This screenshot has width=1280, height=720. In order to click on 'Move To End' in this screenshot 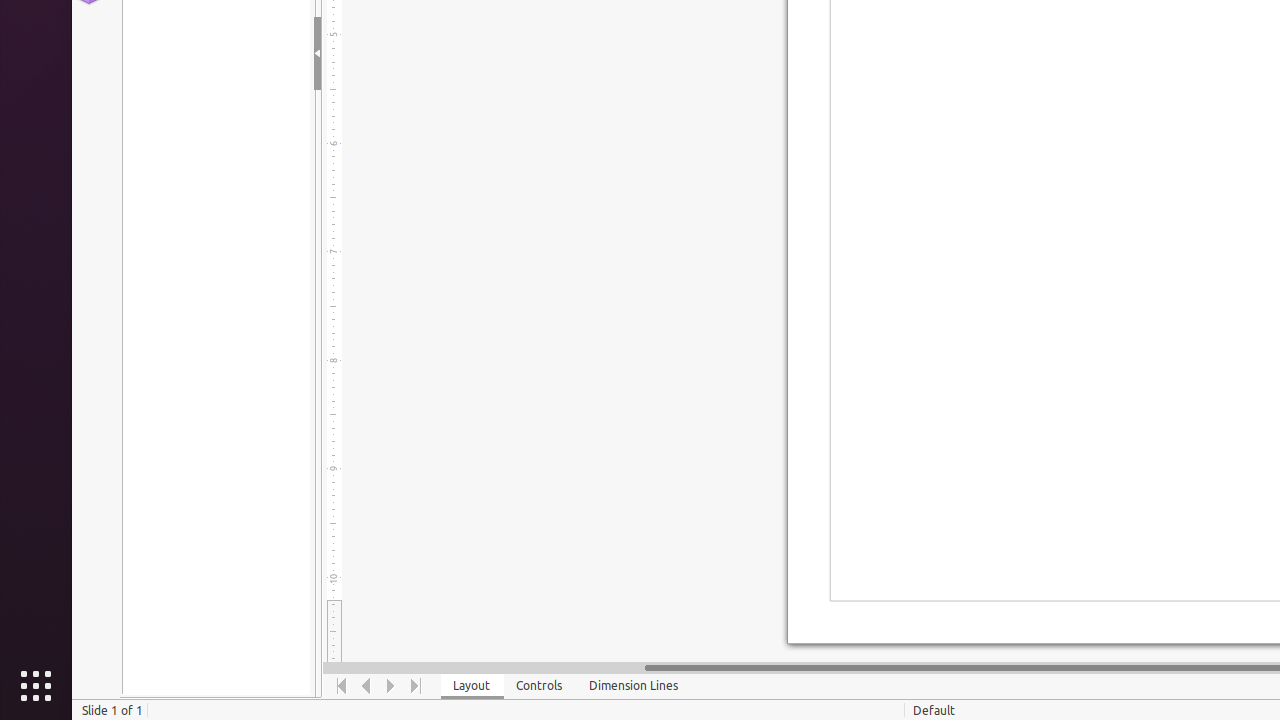, I will do `click(415, 685)`.